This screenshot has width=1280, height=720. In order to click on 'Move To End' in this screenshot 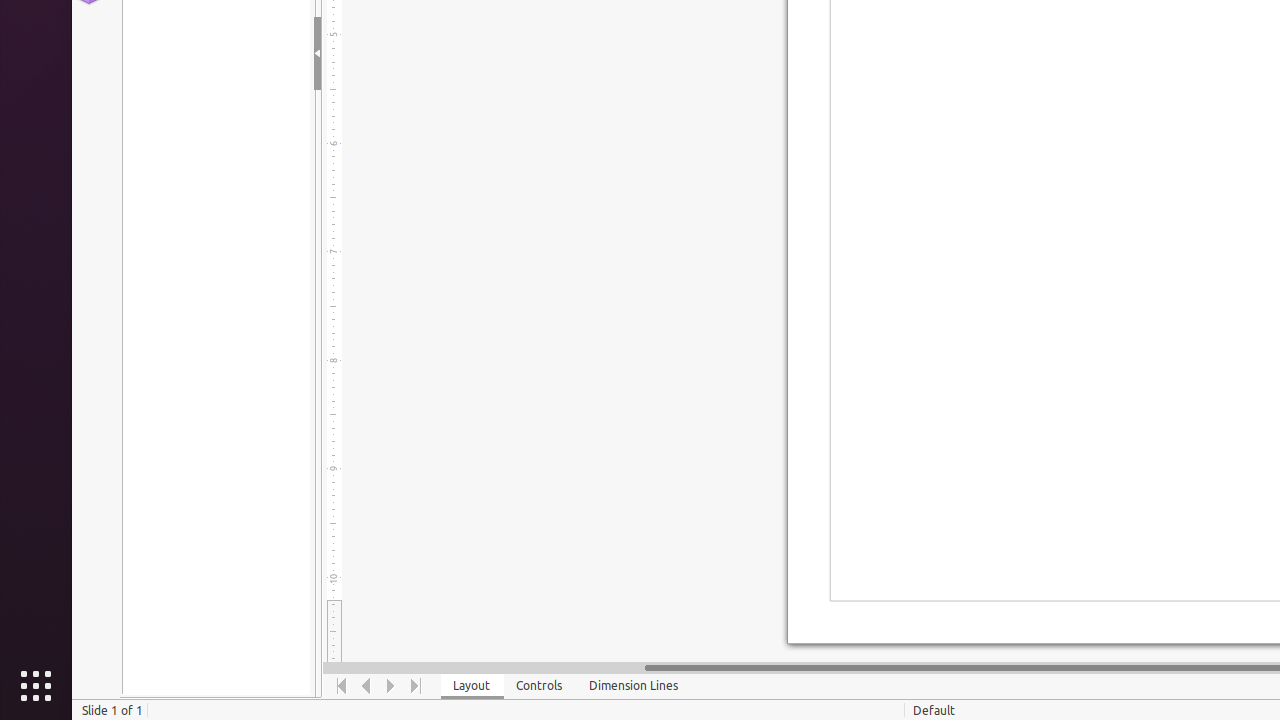, I will do `click(415, 685)`.